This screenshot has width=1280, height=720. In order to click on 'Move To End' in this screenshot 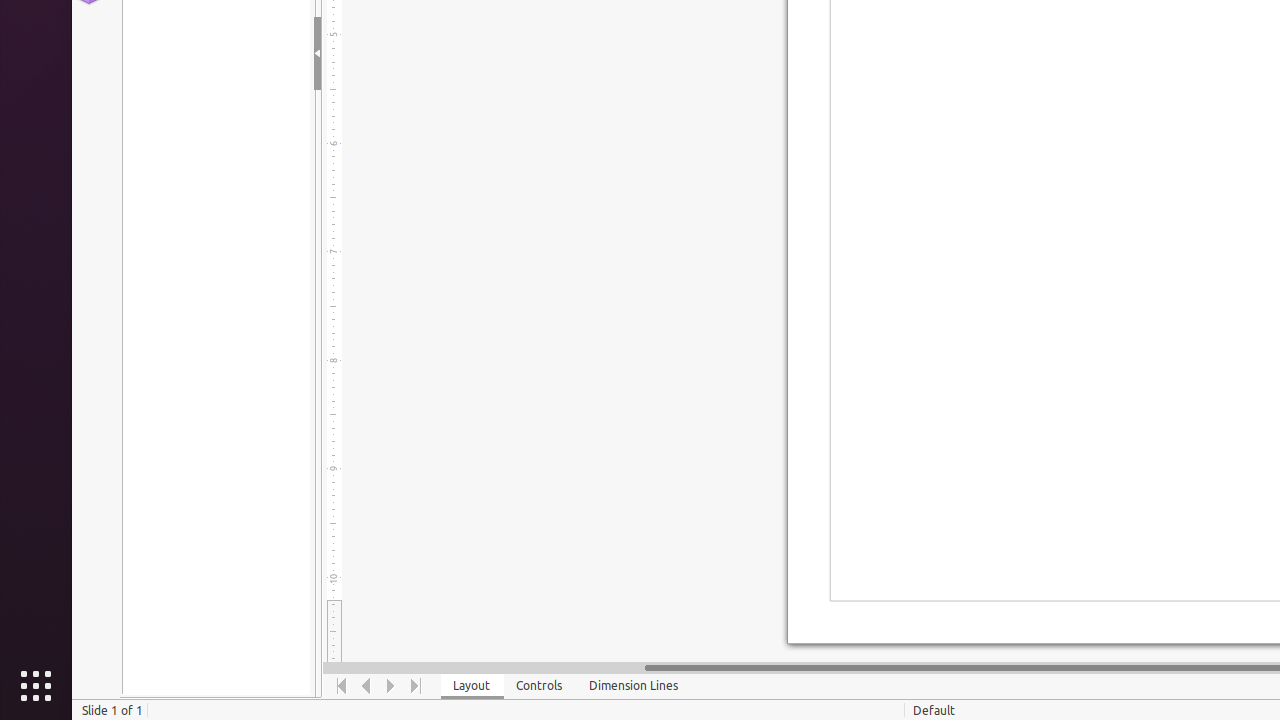, I will do `click(415, 685)`.